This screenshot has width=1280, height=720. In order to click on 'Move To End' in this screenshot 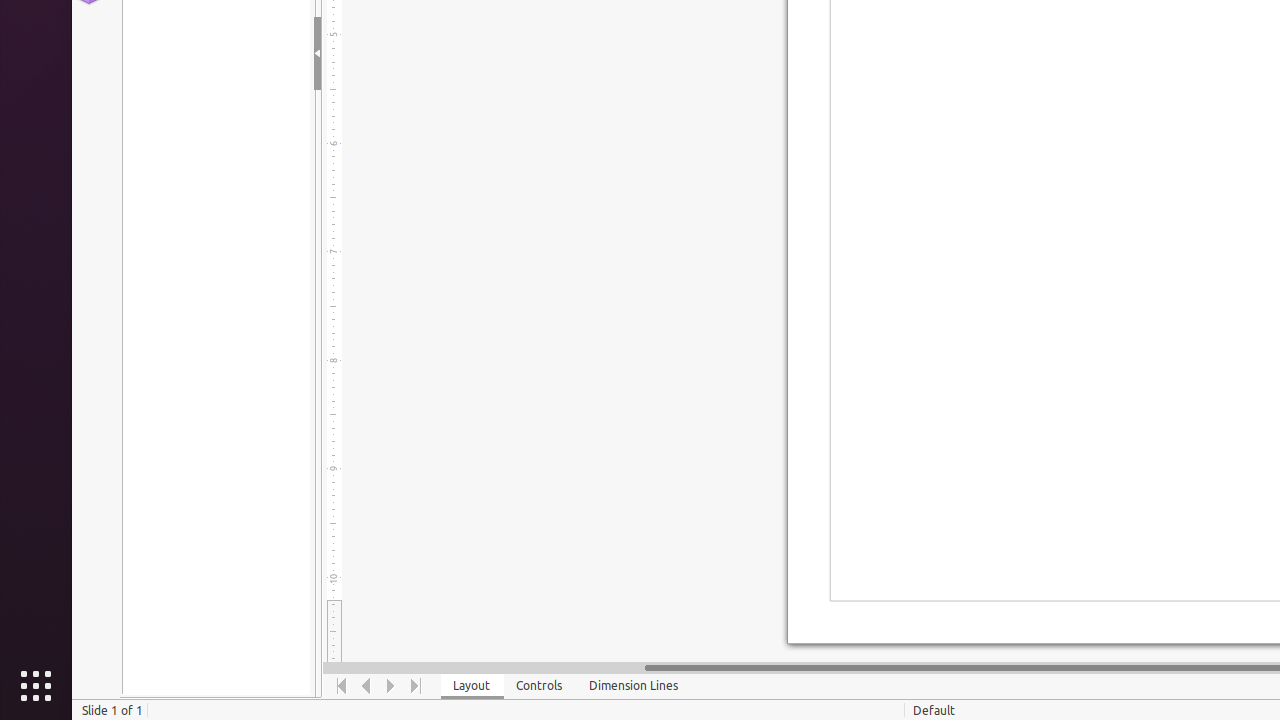, I will do `click(415, 685)`.